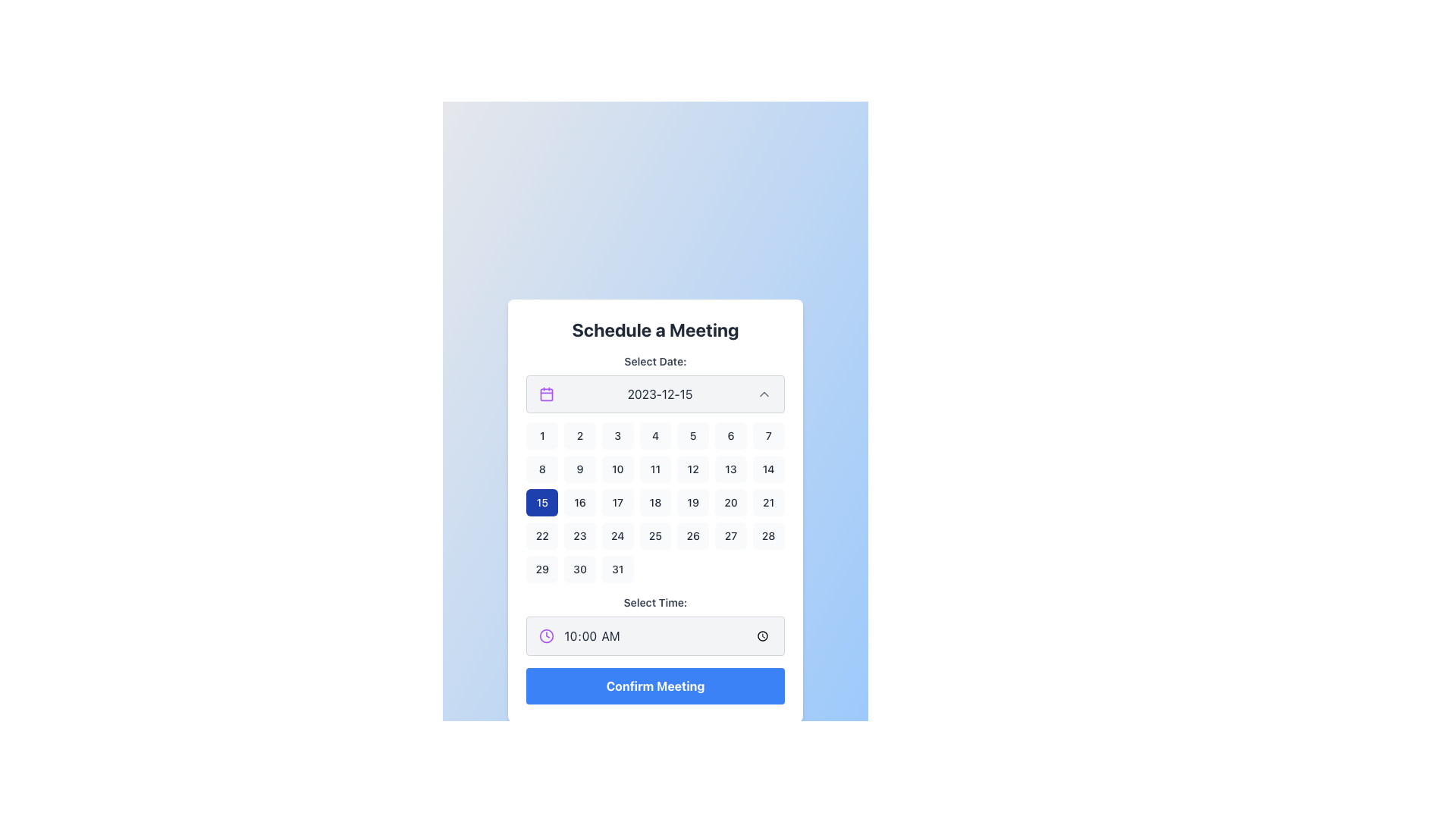 This screenshot has width=1456, height=819. What do you see at coordinates (655, 686) in the screenshot?
I see `the confirm button located at the bottom of the panel beneath the 'Select Time' section to confirm the meeting details` at bounding box center [655, 686].